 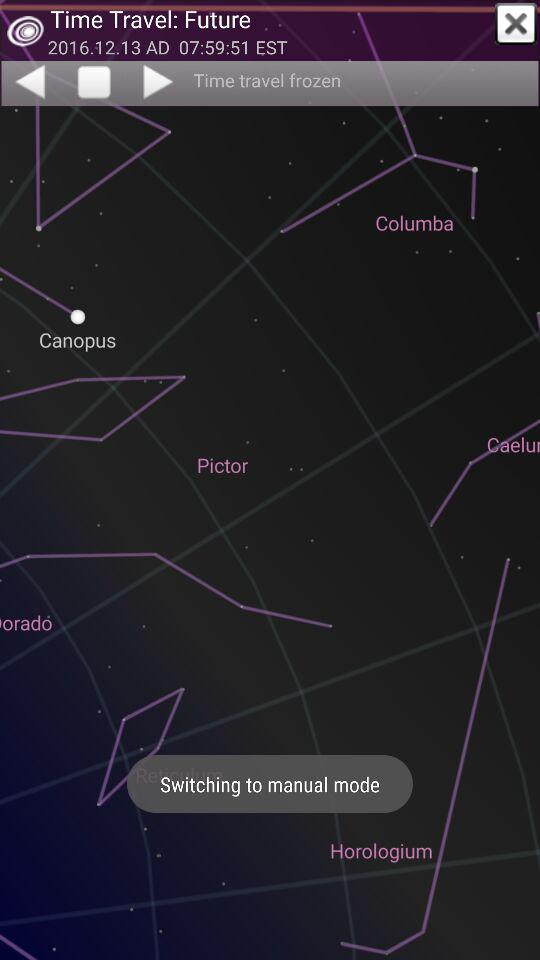 What do you see at coordinates (93, 83) in the screenshot?
I see `stop and on button` at bounding box center [93, 83].